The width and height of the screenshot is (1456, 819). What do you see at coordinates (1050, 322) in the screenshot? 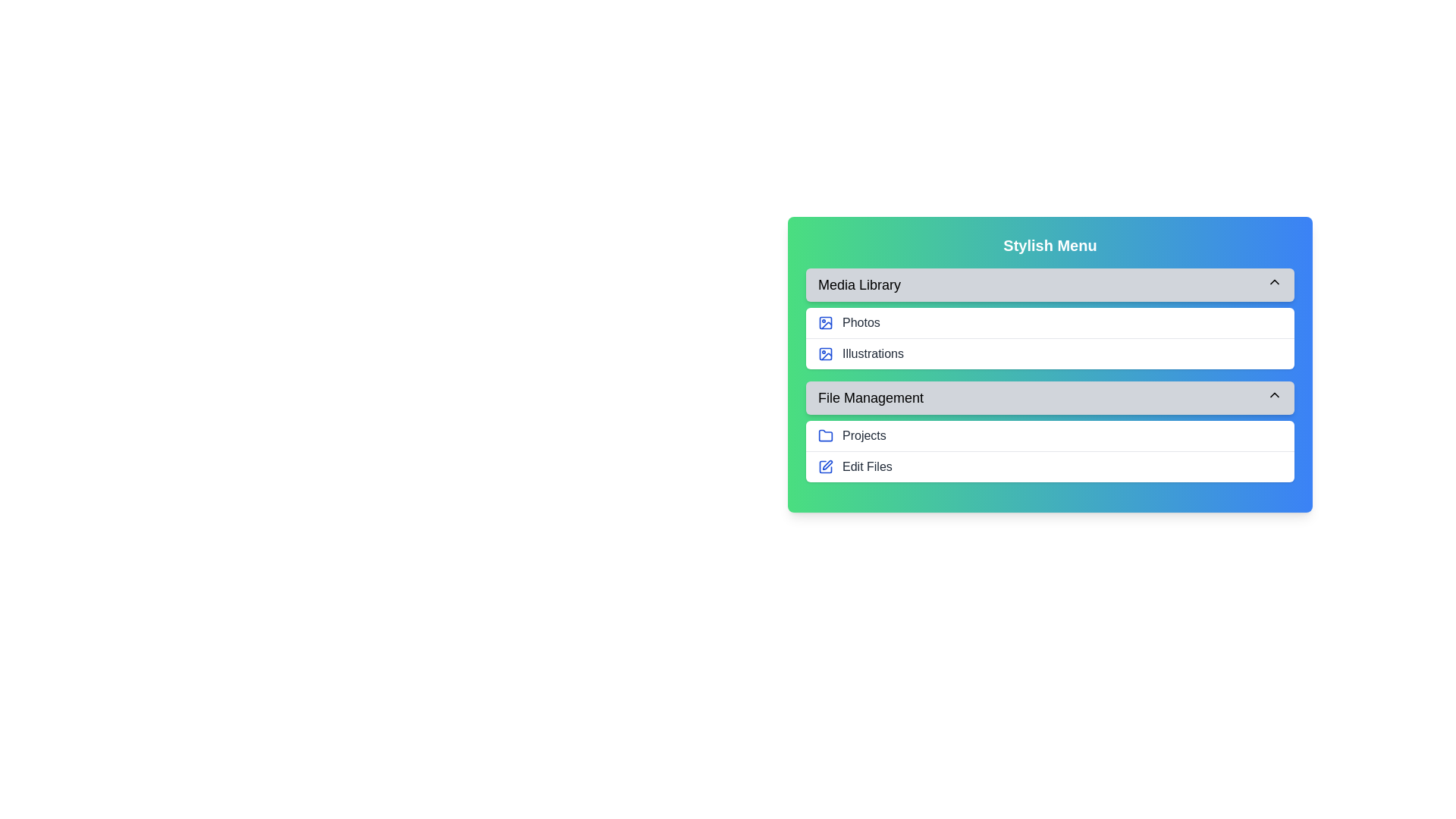
I see `the 'Photos' menu item located under the 'Media Library' section` at bounding box center [1050, 322].